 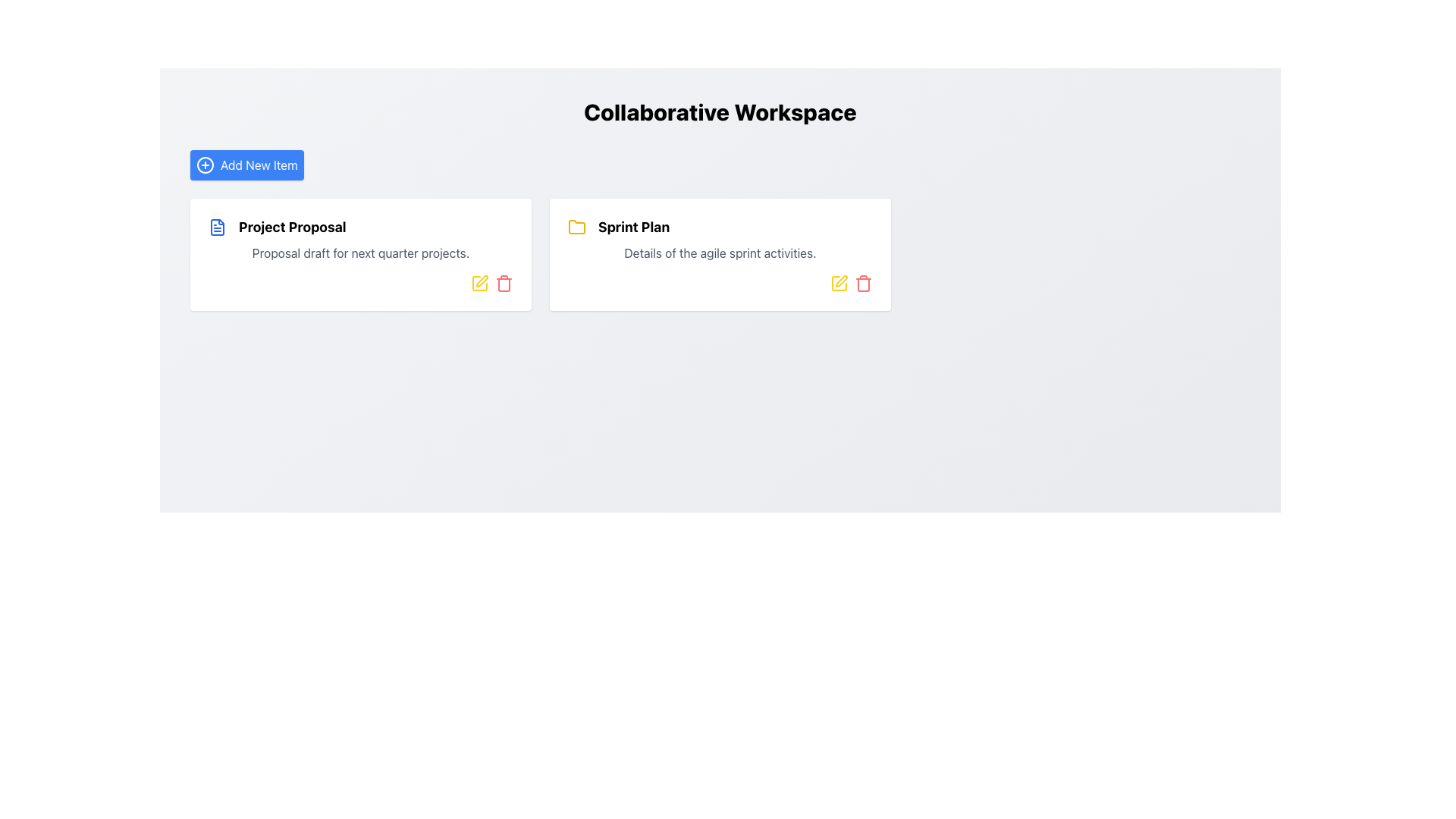 What do you see at coordinates (720, 253) in the screenshot?
I see `the Text Label that reads 'Details of the agile sprint activities.' located under the 'Sprint Plan' title in the right central card of the interface` at bounding box center [720, 253].